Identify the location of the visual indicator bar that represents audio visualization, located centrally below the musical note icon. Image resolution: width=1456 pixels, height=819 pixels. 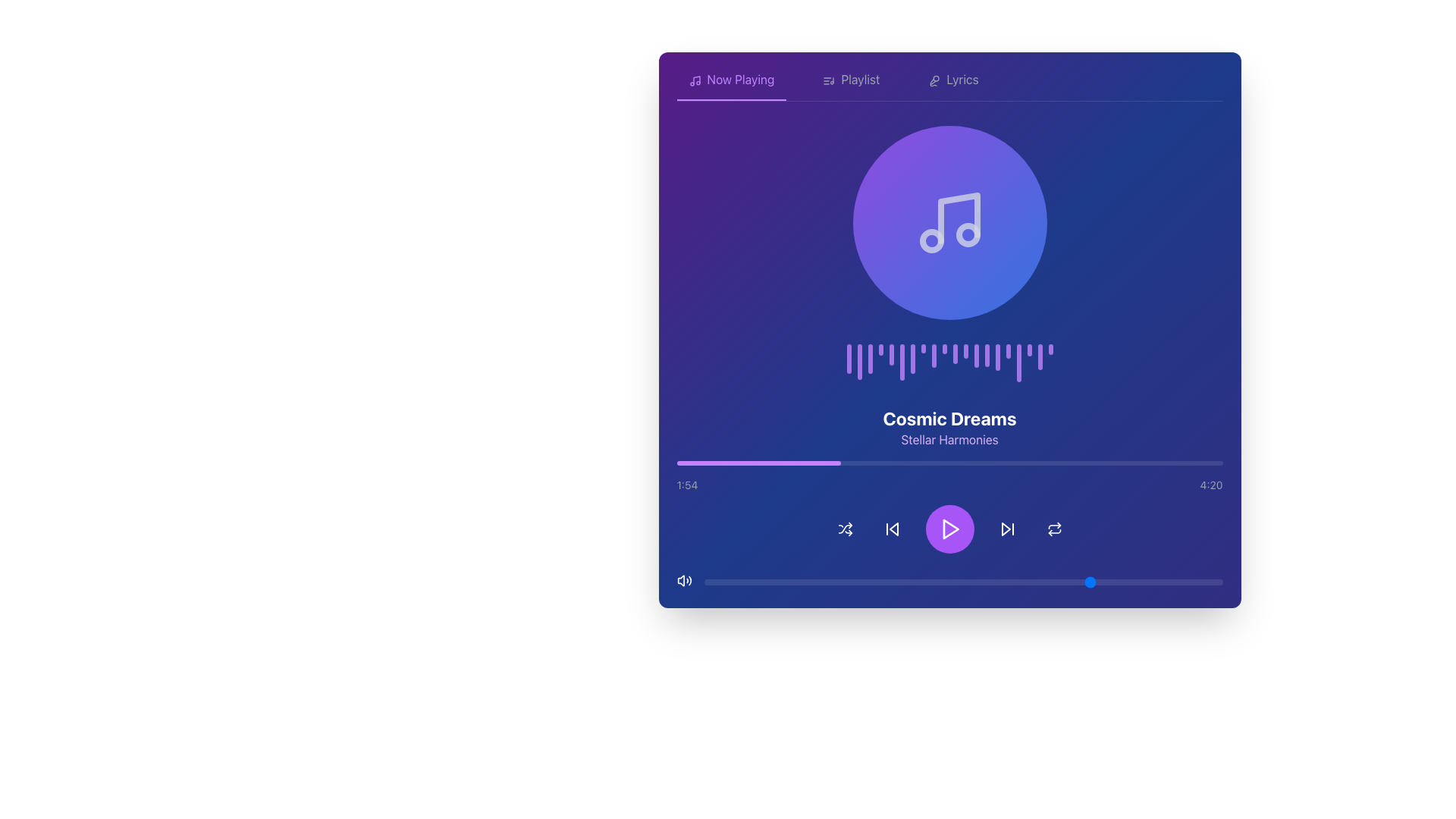
(870, 359).